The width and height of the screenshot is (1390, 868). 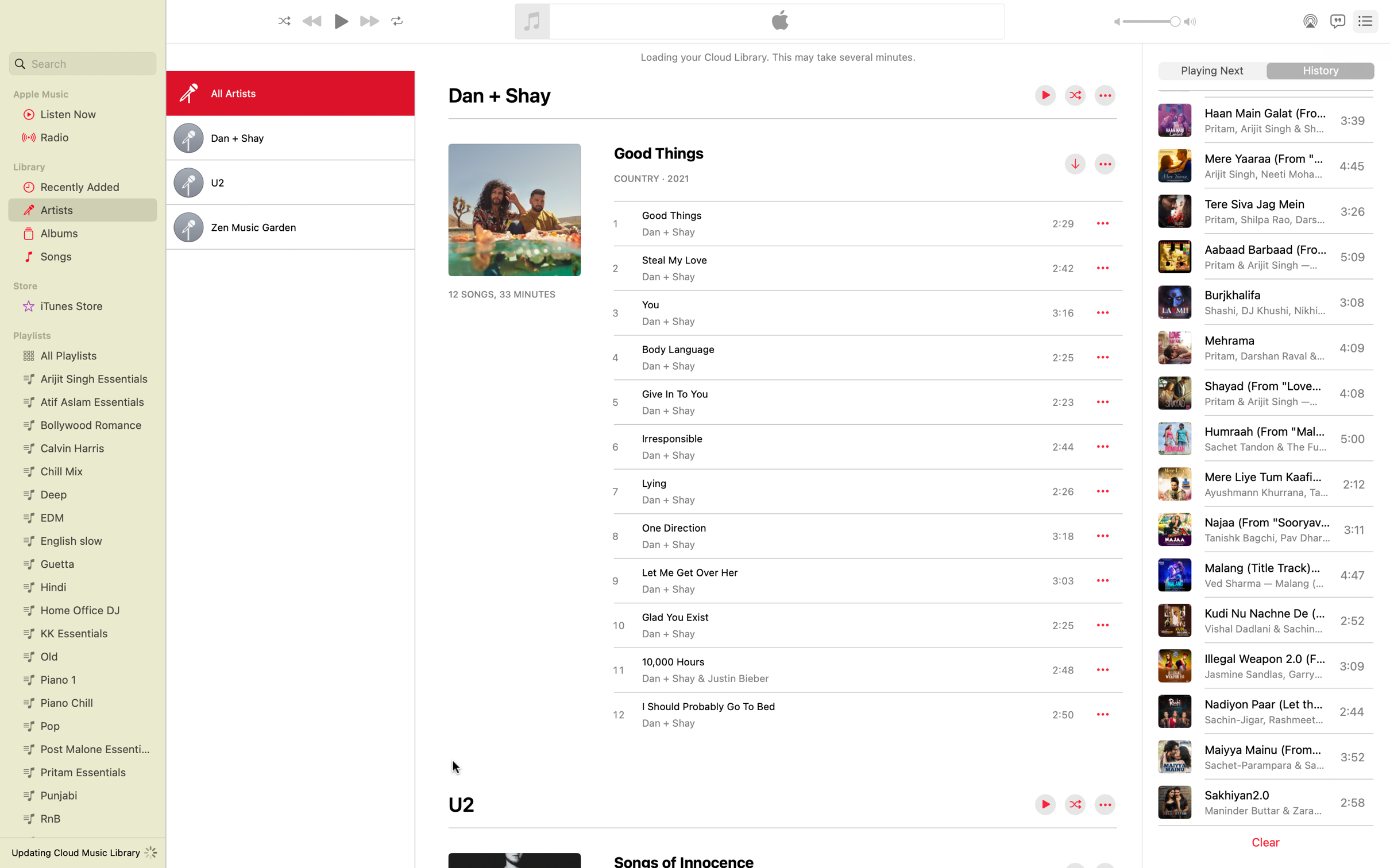 I want to click on Play the song "Irresponsible, so click(x=841, y=446).